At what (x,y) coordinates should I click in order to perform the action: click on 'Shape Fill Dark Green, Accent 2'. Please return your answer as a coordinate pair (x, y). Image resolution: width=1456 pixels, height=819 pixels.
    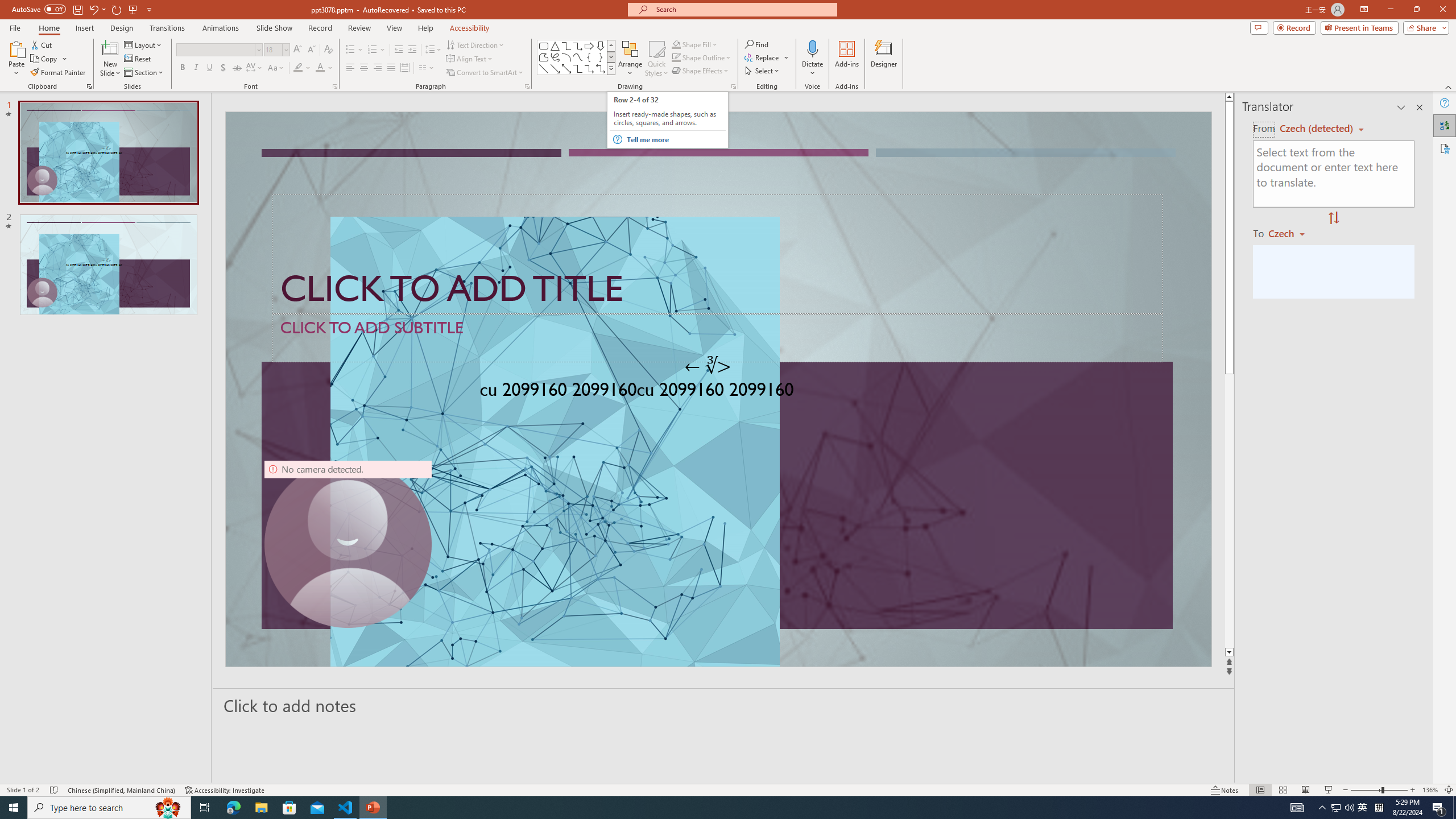
    Looking at the image, I should click on (676, 44).